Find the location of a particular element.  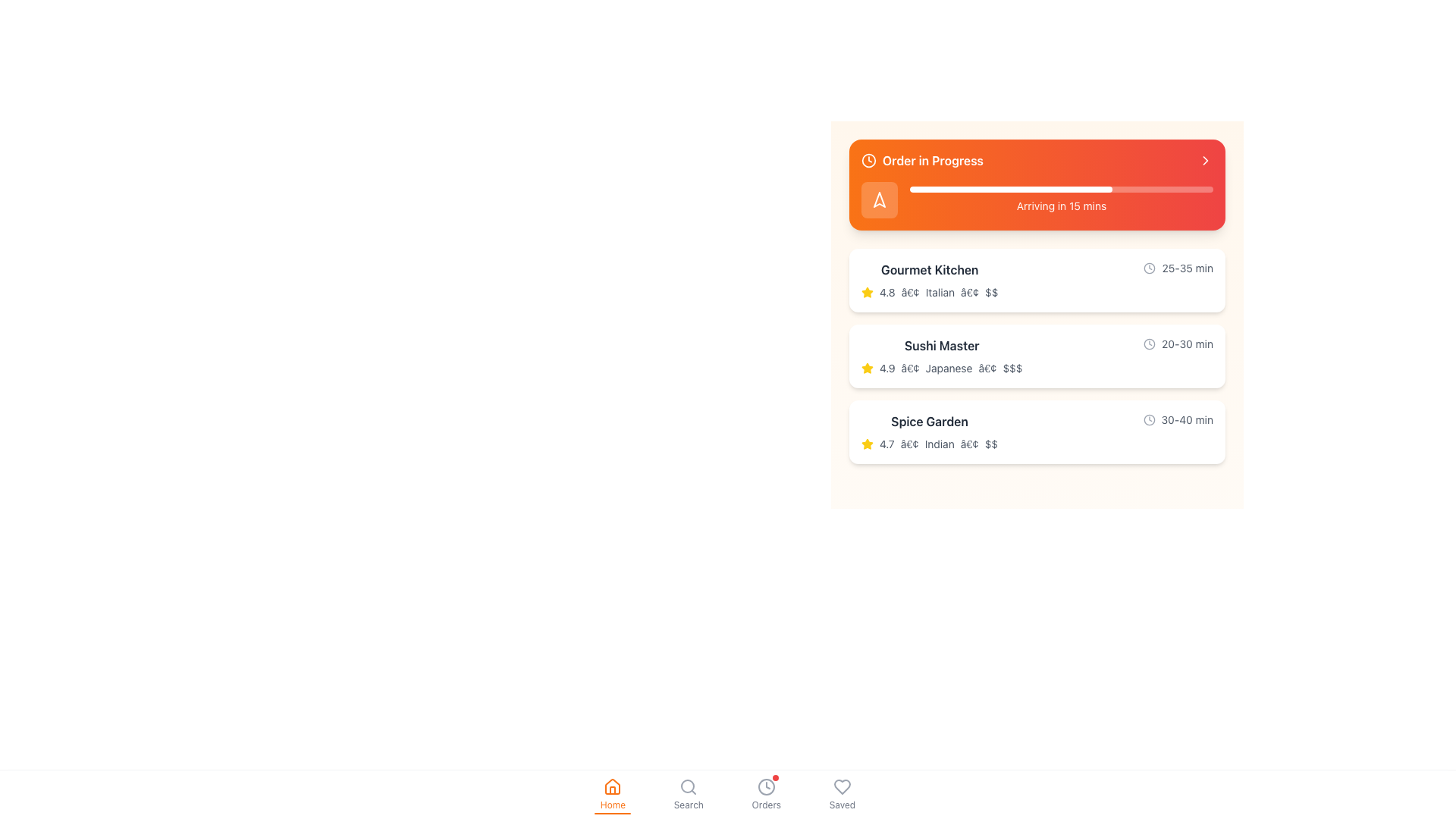

the triangular navigation pointer icon with a white outline on an orange background, located in a rounded rectangle near the 'Order in Progress' text is located at coordinates (880, 199).